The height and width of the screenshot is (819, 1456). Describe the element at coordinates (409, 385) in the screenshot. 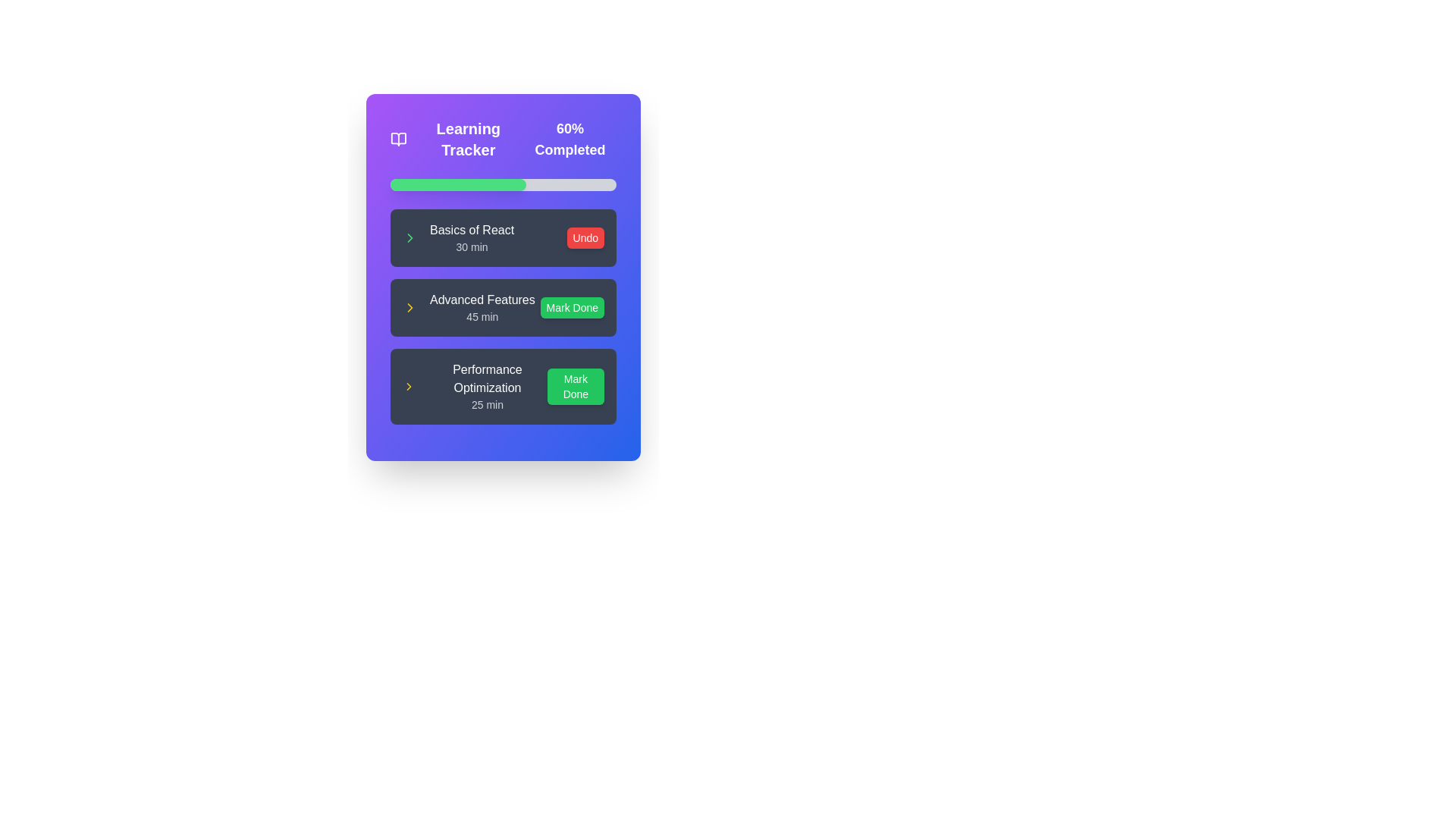

I see `the right-facing chevron icon in the 'Advanced Features' list item` at that location.